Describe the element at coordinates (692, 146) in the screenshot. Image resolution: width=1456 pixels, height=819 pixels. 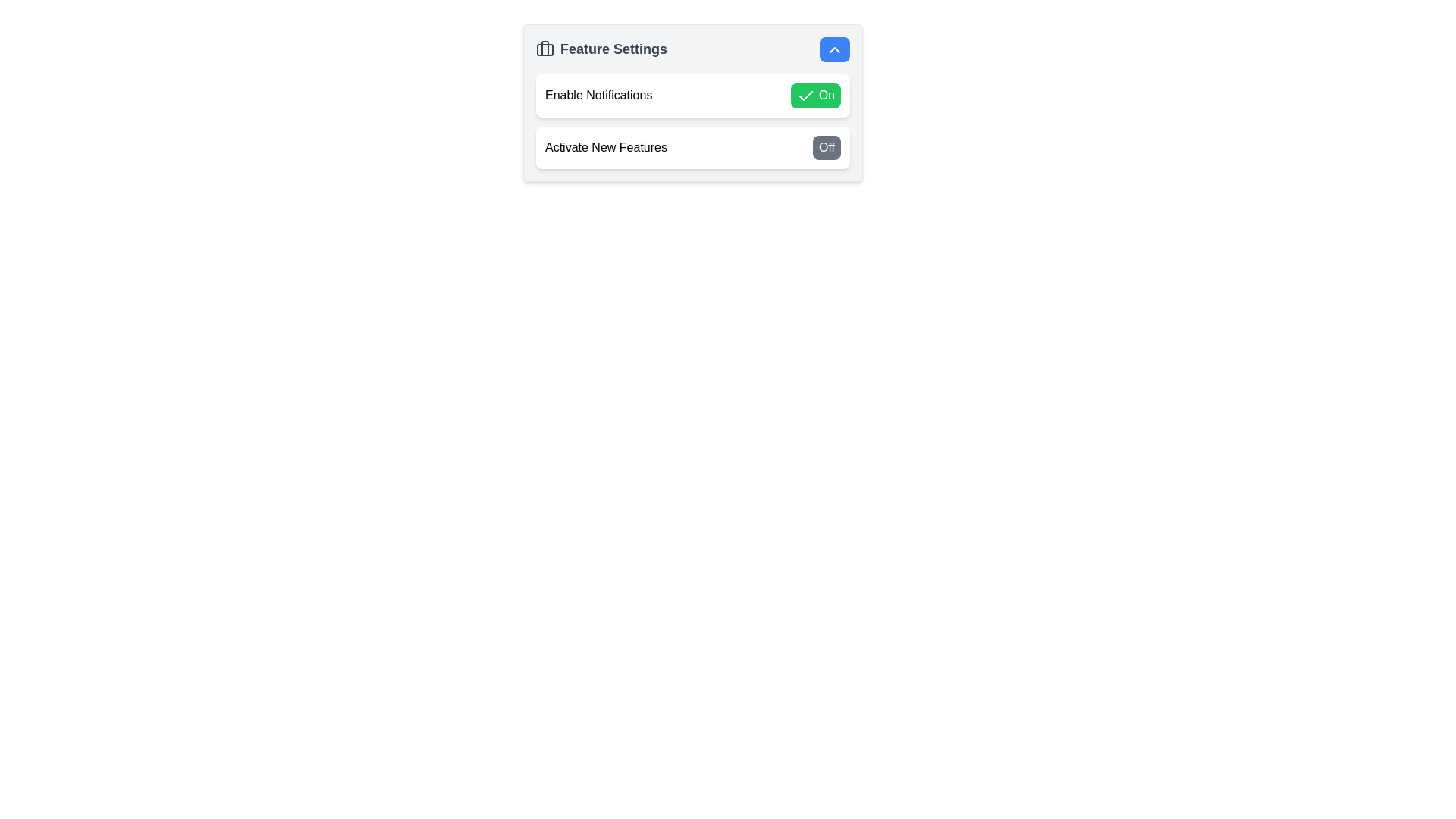
I see `the 'Off' button of the toggle switch labeled 'Activate New Features'` at that location.